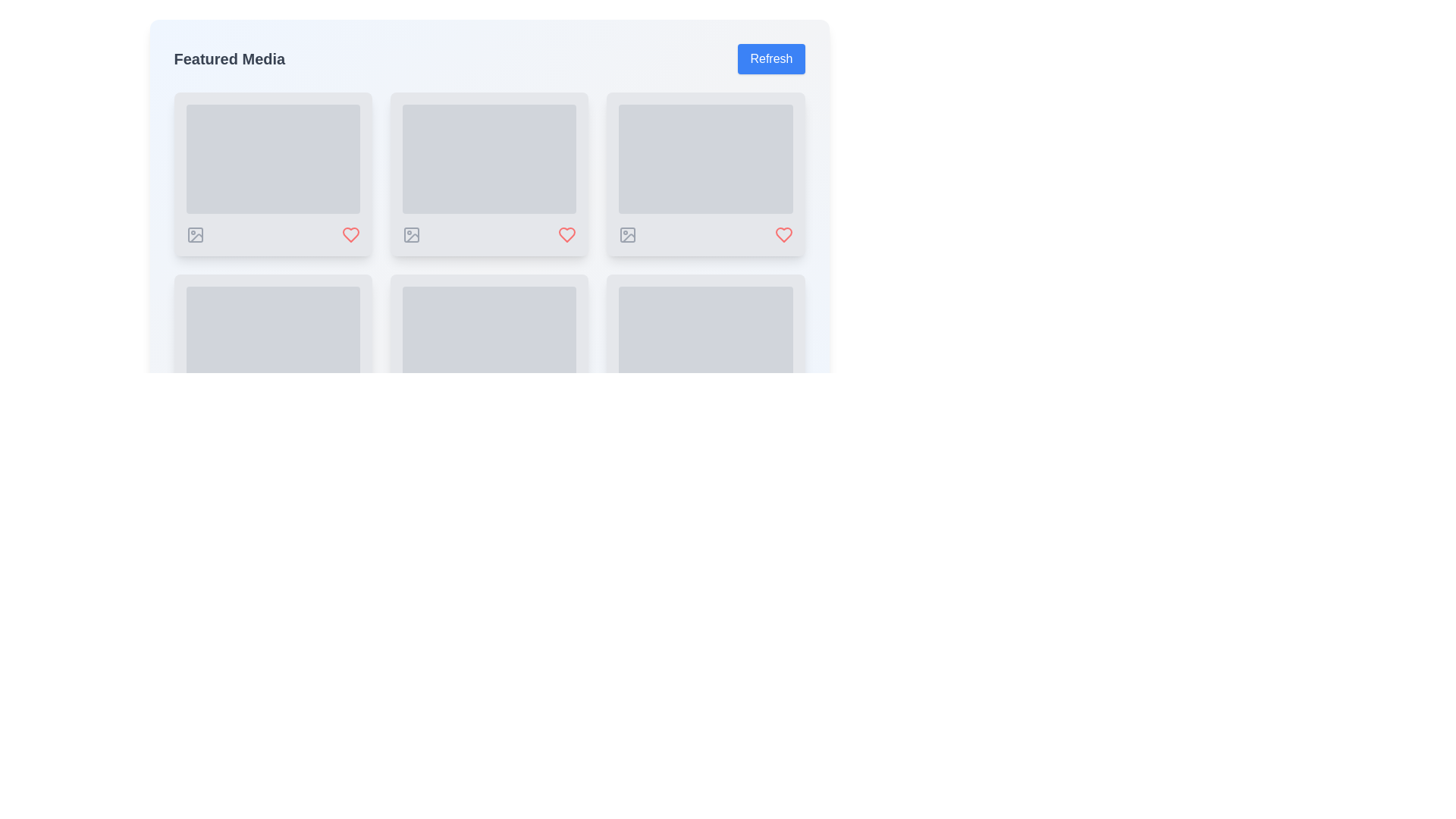 Image resolution: width=1456 pixels, height=819 pixels. Describe the element at coordinates (350, 234) in the screenshot. I see `the heart icon located at the bottom-right corner of the second media card in the 'Featured Media' grid` at that location.